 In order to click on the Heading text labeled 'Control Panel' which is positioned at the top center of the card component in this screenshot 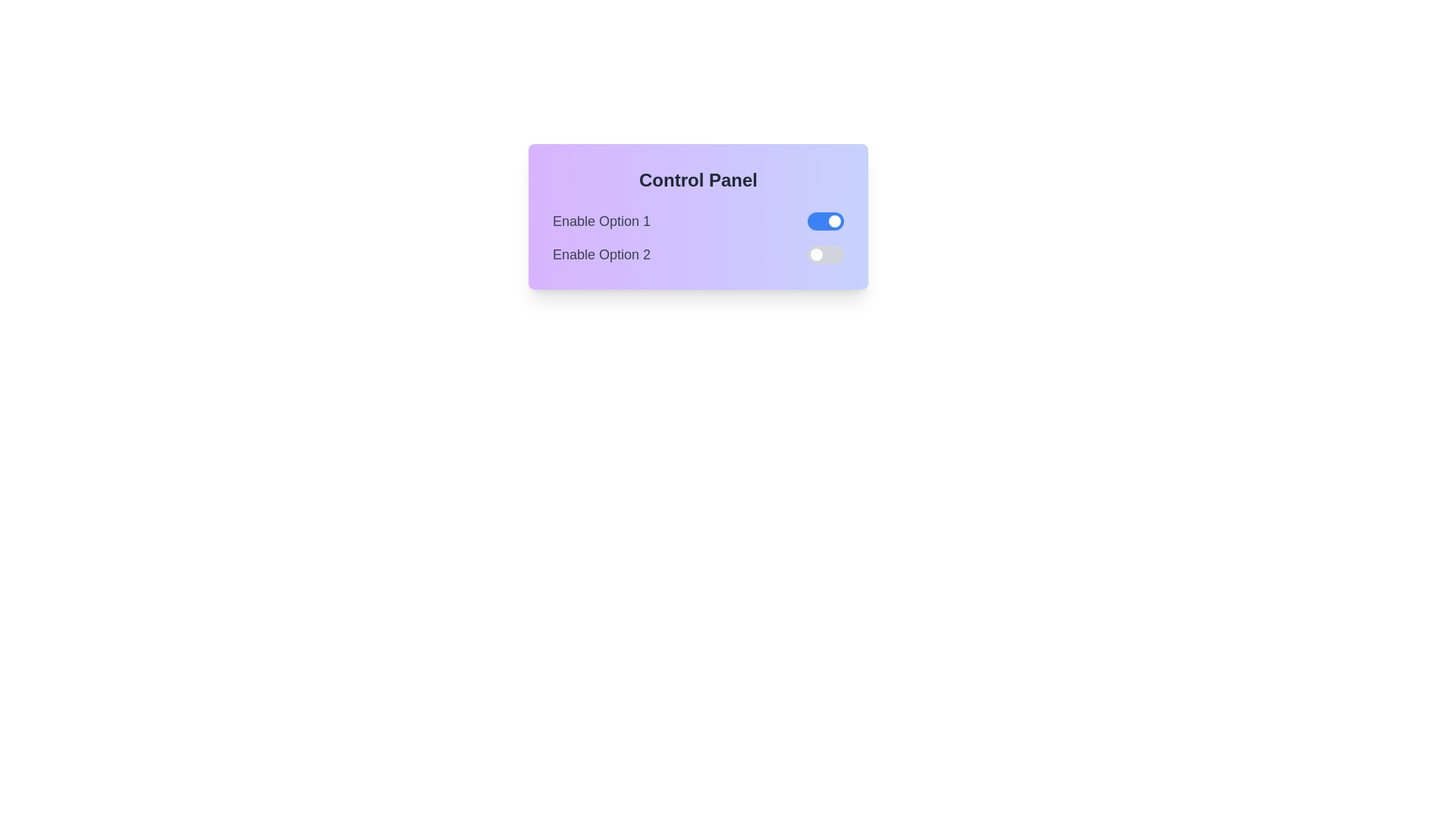, I will do `click(698, 180)`.